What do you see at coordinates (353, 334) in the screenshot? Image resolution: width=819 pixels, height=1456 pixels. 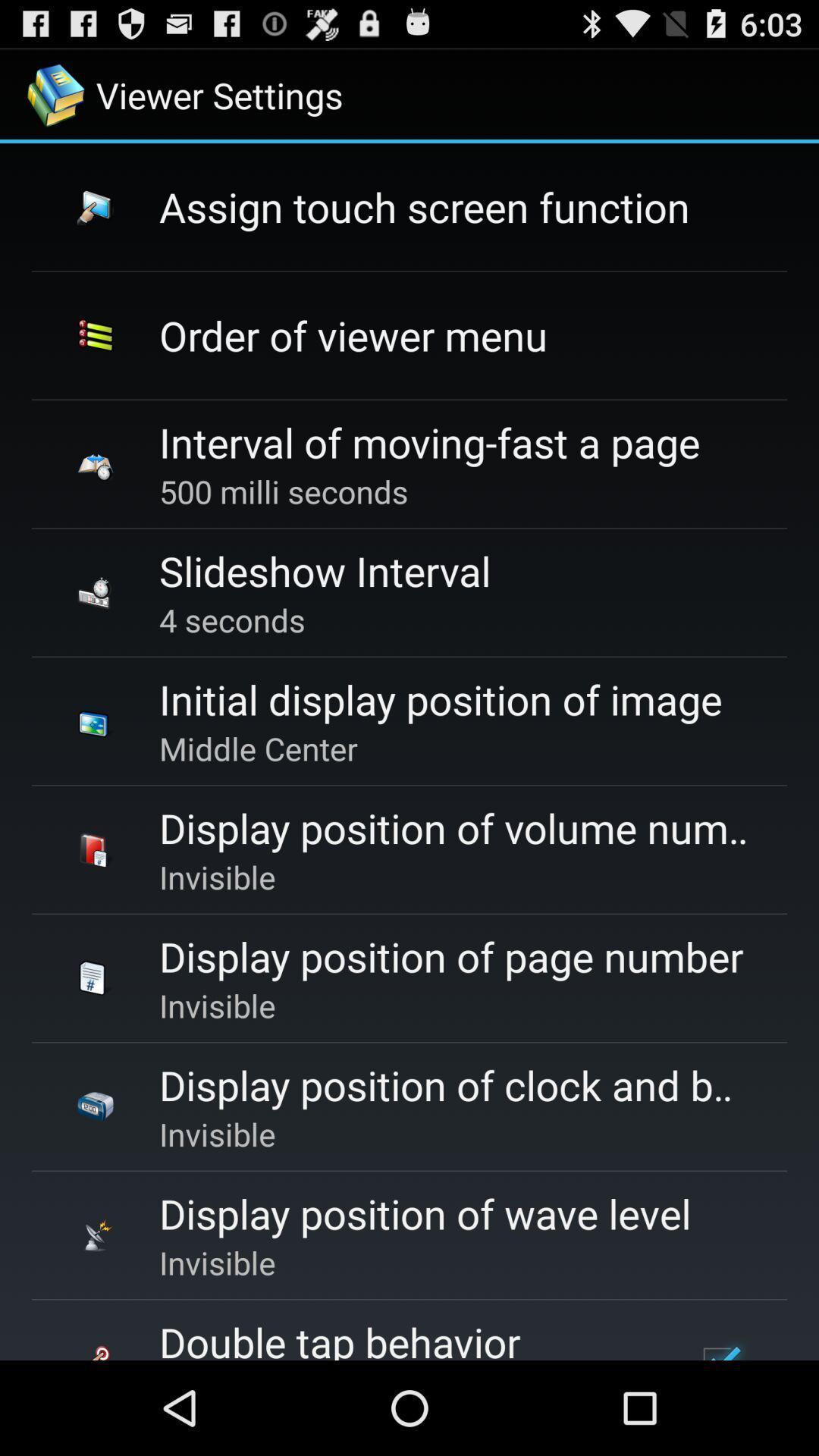 I see `the order of viewer icon` at bounding box center [353, 334].